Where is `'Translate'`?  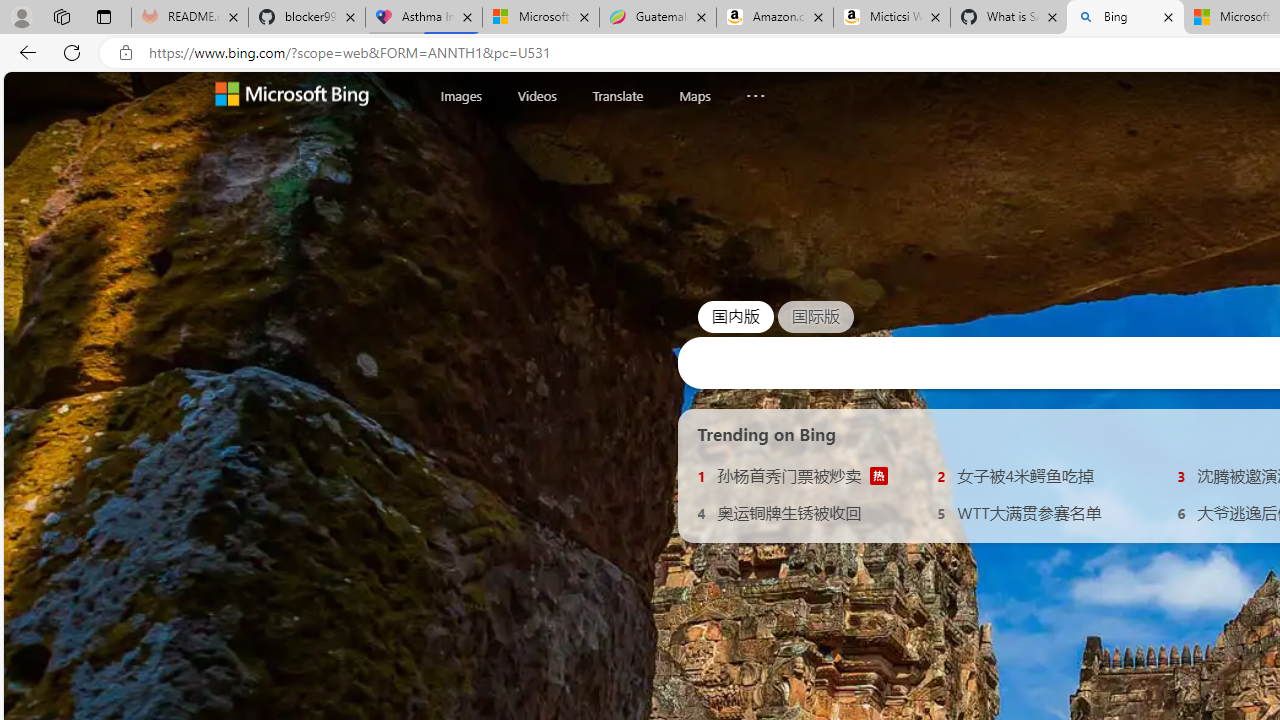 'Translate' is located at coordinates (616, 95).